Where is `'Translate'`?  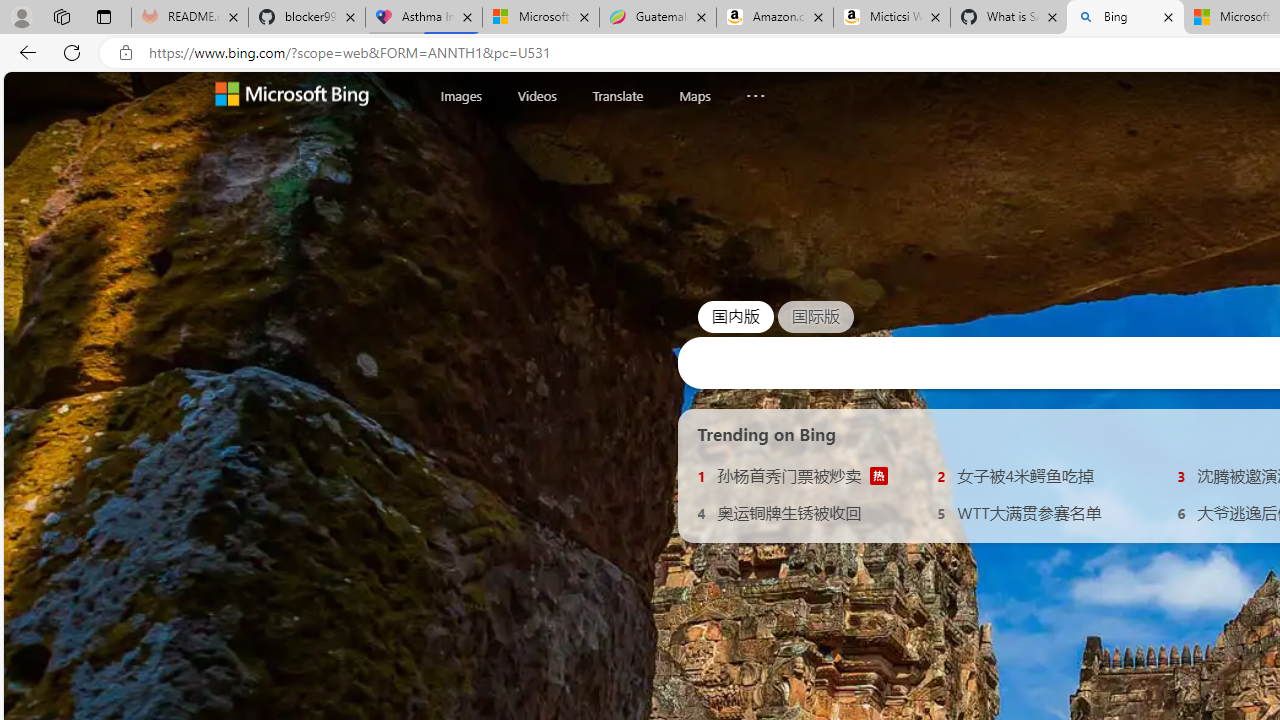 'Translate' is located at coordinates (616, 95).